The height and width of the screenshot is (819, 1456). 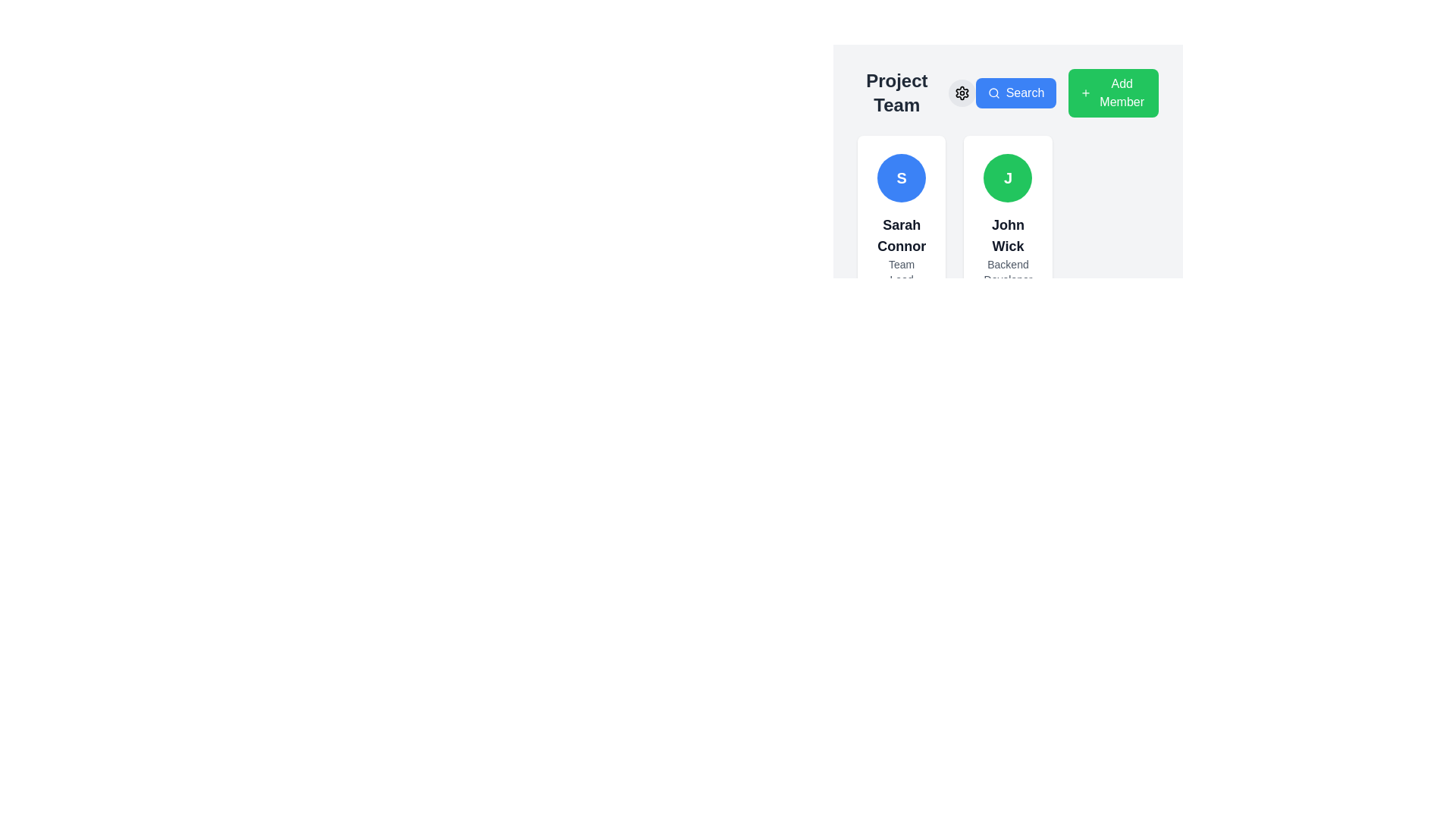 I want to click on the Informative Card representing user 'John Wick', which displays their role as a Backend Developer, located in the second column of a three-column grid, under the 'Project Team' header, so click(x=1008, y=220).